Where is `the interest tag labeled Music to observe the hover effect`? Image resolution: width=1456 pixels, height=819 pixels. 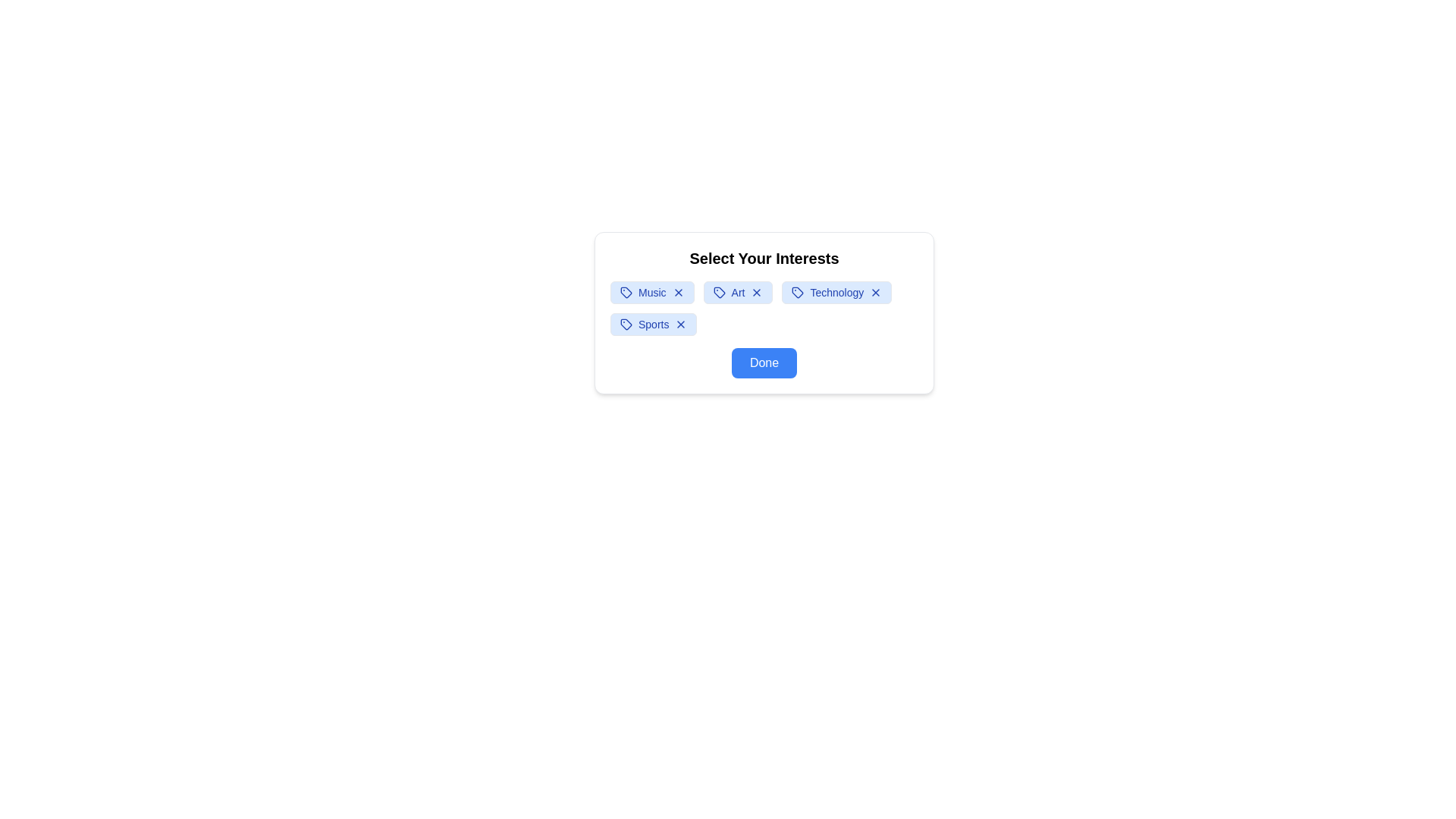
the interest tag labeled Music to observe the hover effect is located at coordinates (651, 292).